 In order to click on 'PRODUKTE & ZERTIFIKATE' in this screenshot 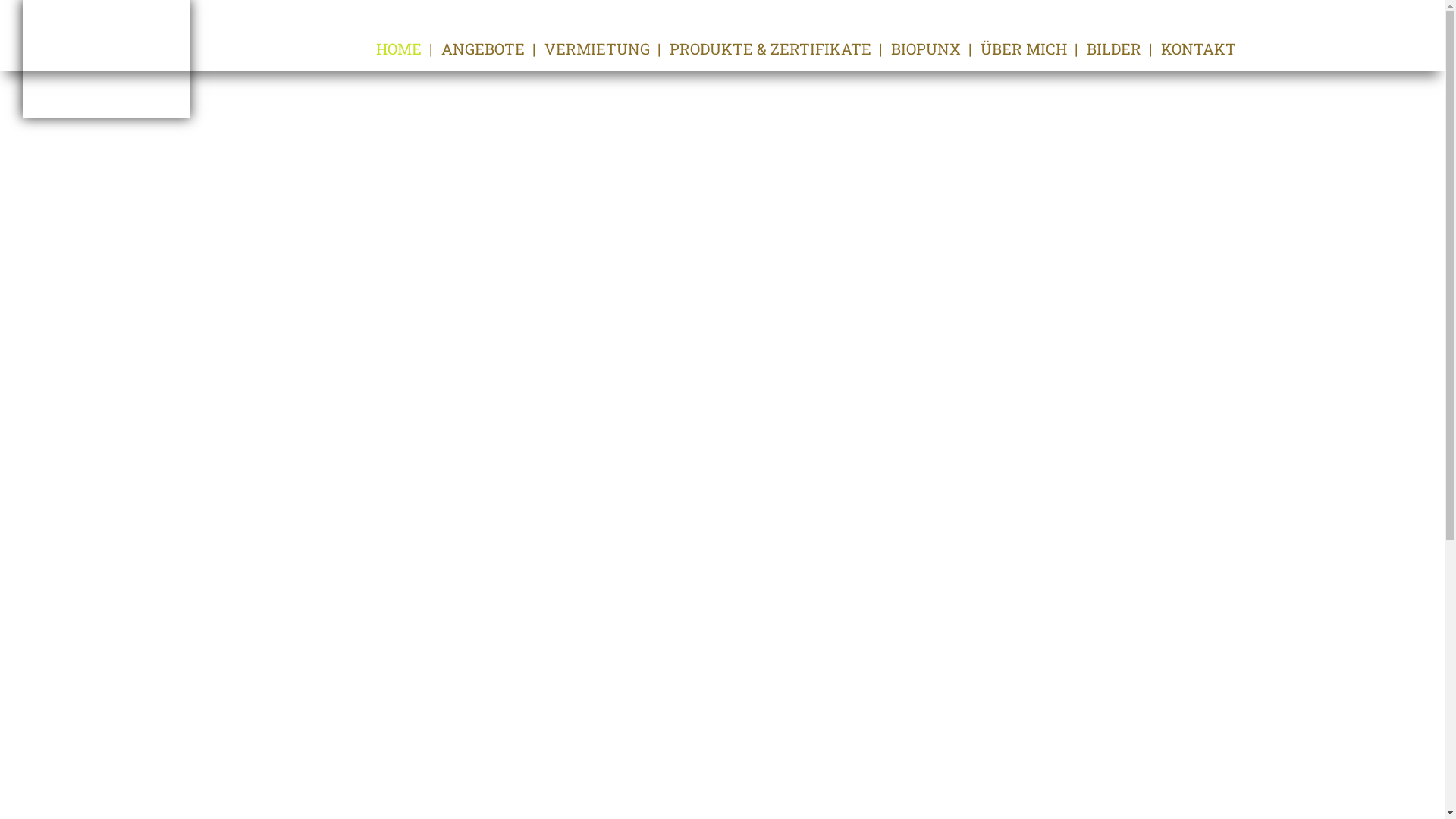, I will do `click(668, 48)`.